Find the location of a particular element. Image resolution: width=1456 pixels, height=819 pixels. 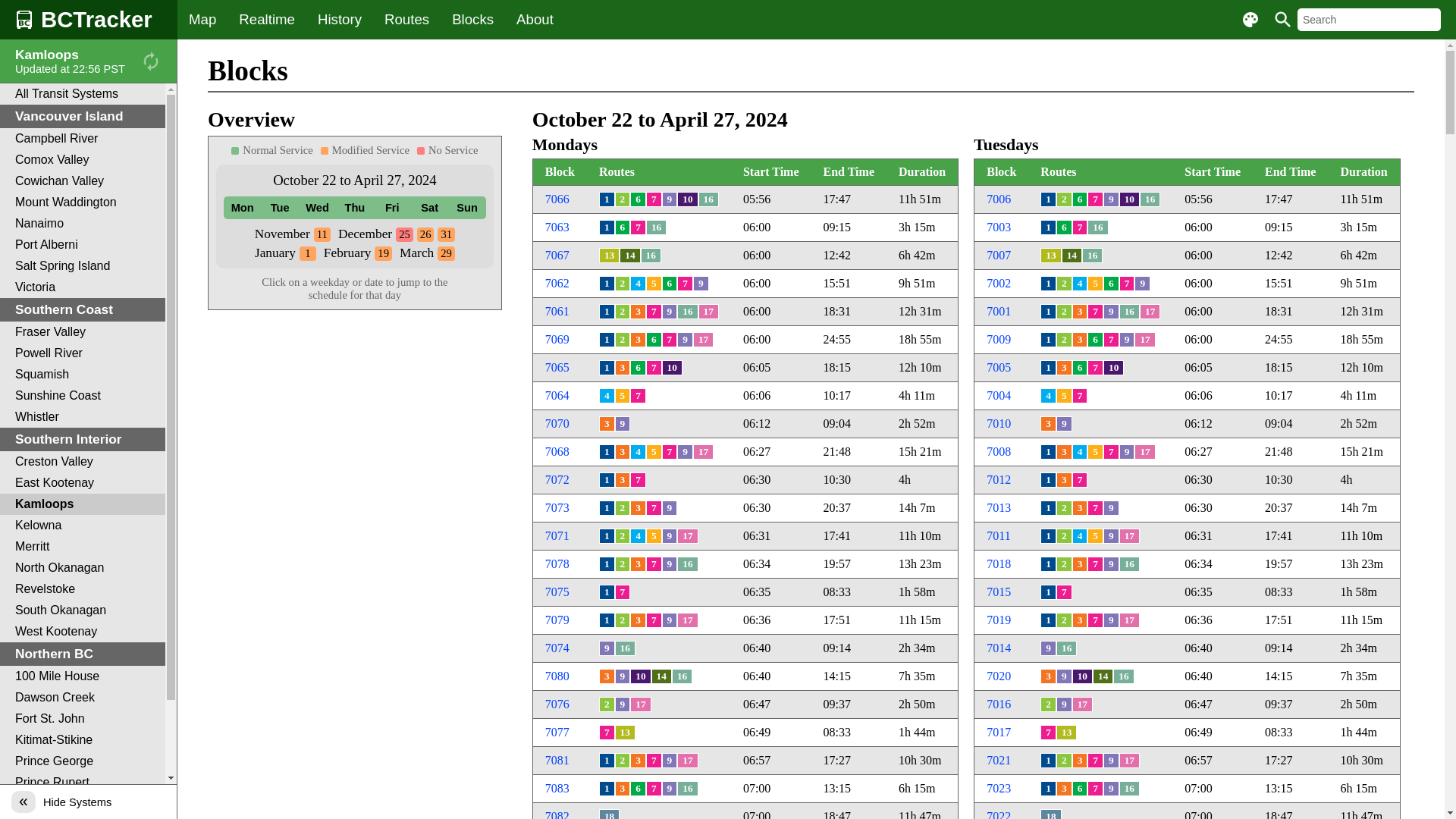

'Comox Valley' is located at coordinates (82, 160).